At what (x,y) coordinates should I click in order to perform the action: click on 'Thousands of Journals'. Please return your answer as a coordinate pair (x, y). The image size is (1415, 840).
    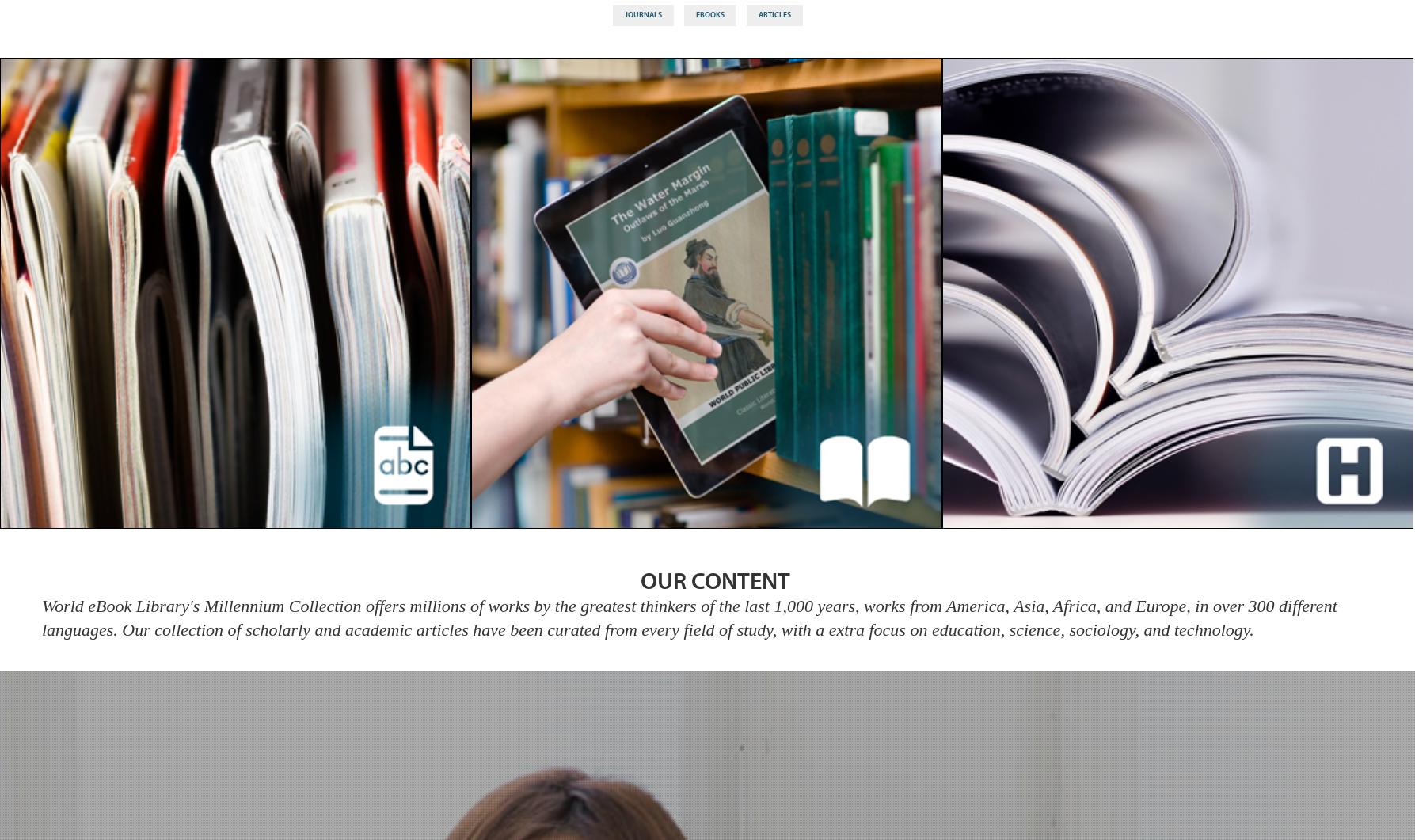
    Looking at the image, I should click on (234, 300).